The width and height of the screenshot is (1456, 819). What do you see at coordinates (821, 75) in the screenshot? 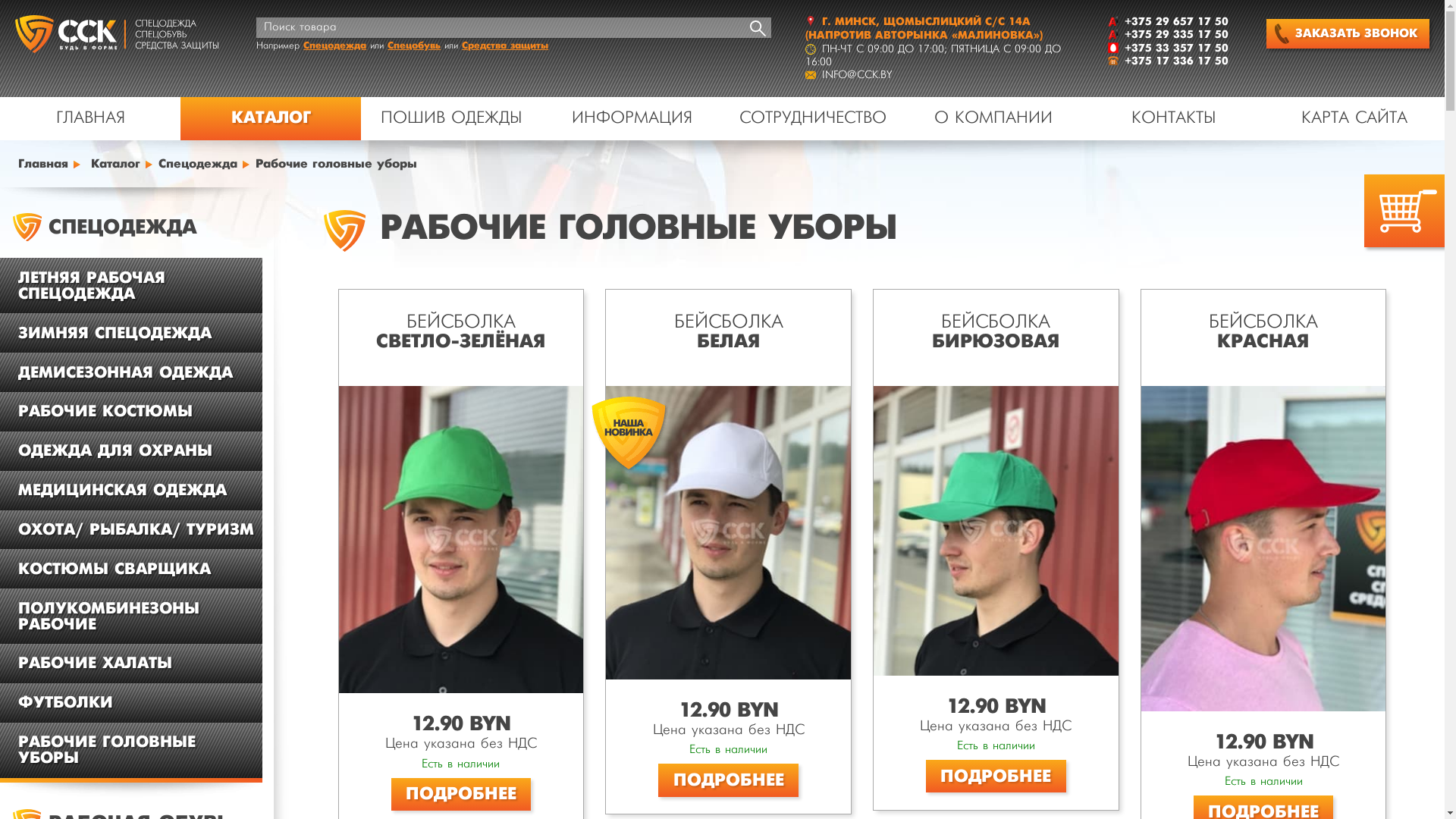
I see `'INFO@CCK.BY'` at bounding box center [821, 75].